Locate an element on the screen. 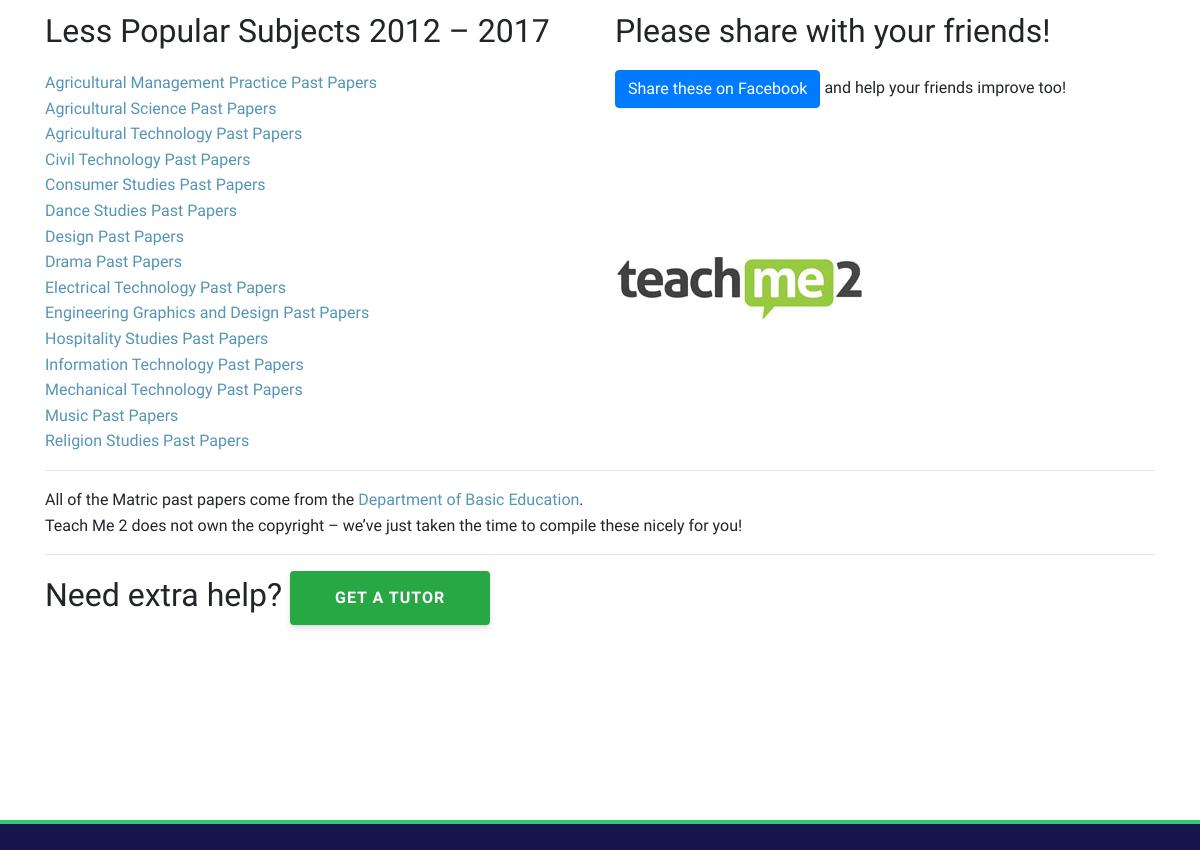 The height and width of the screenshot is (850, 1200). 'Get A Tutor' is located at coordinates (390, 596).